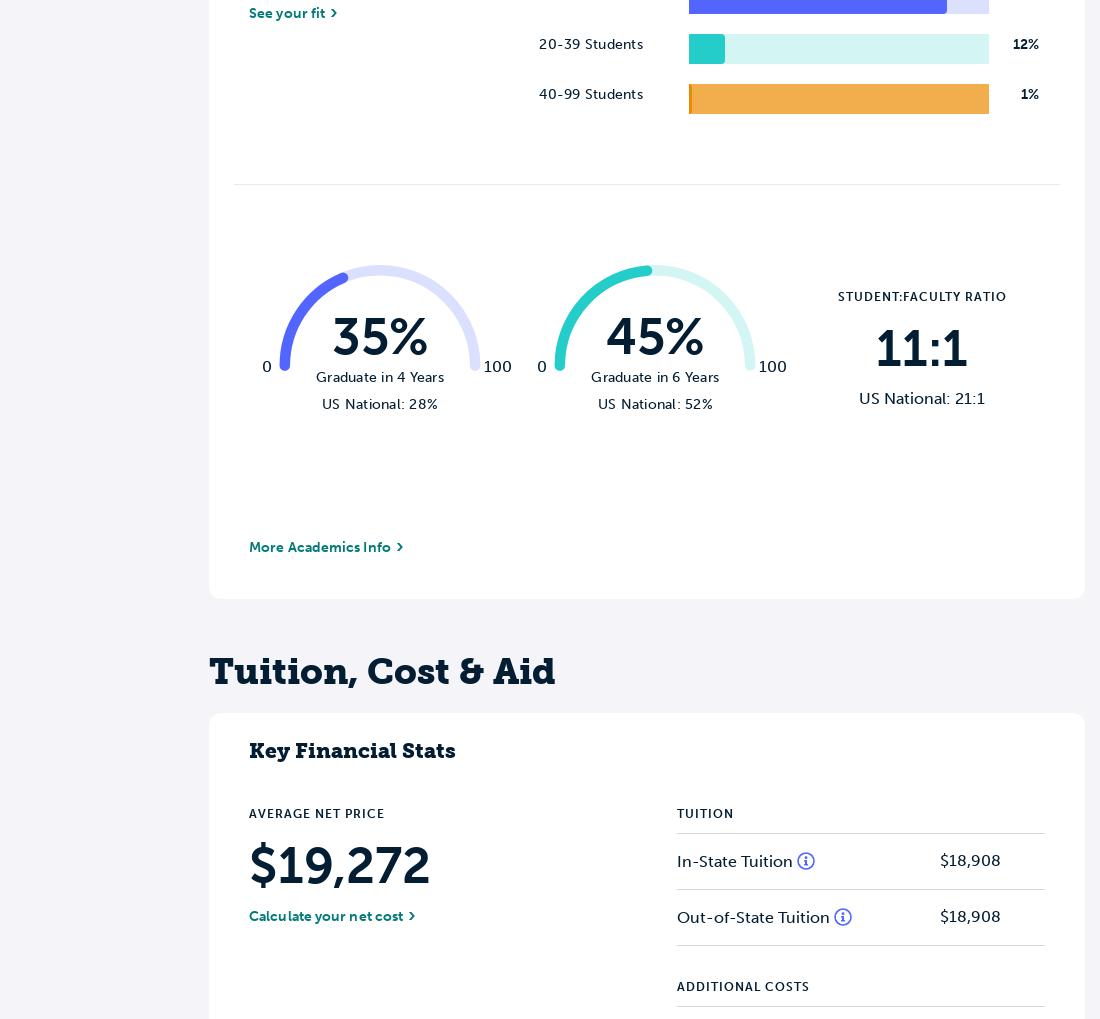 The height and width of the screenshot is (1019, 1100). Describe the element at coordinates (379, 336) in the screenshot. I see `'35%'` at that location.